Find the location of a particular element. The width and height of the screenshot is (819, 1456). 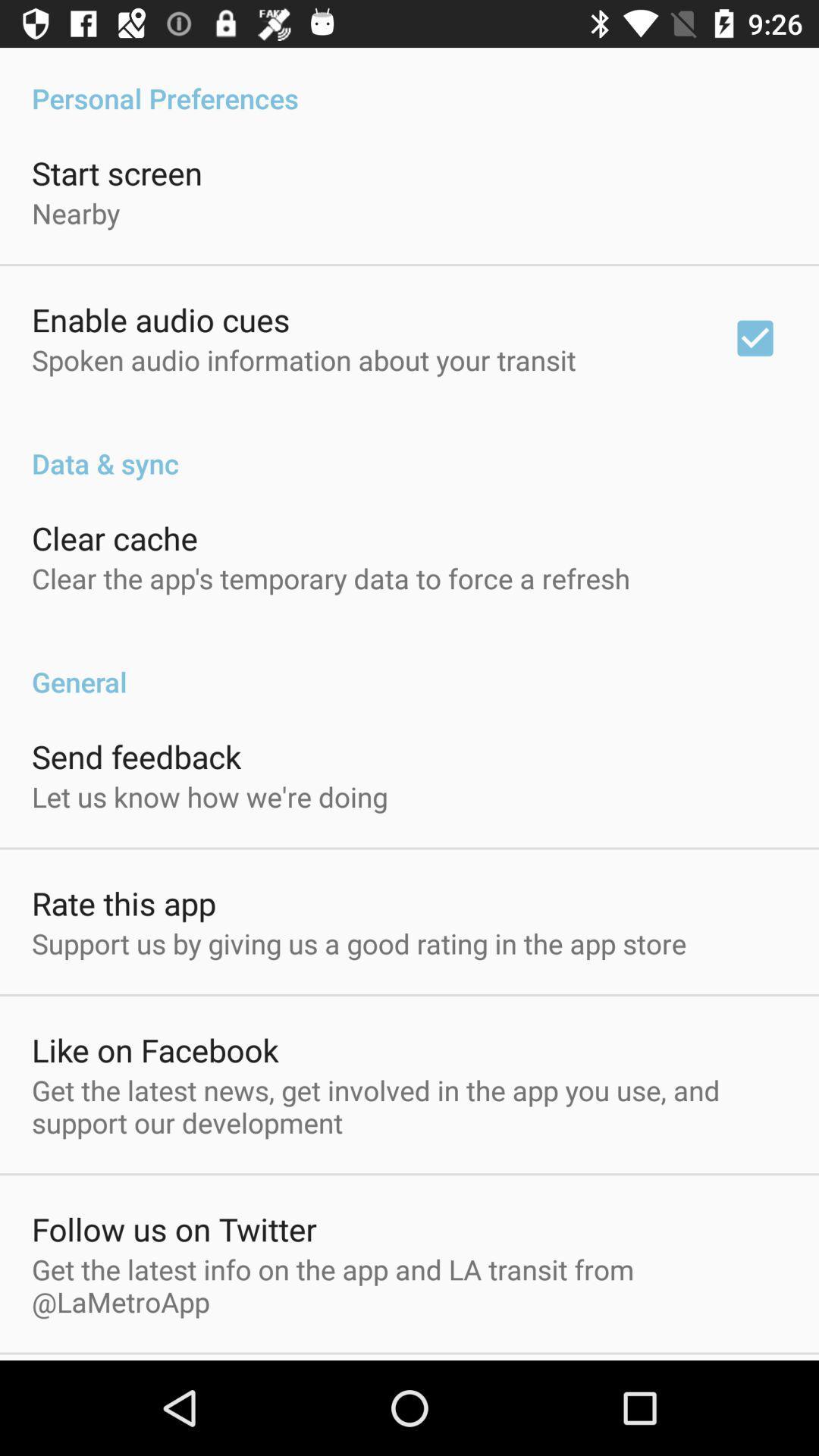

the support us by app is located at coordinates (359, 943).